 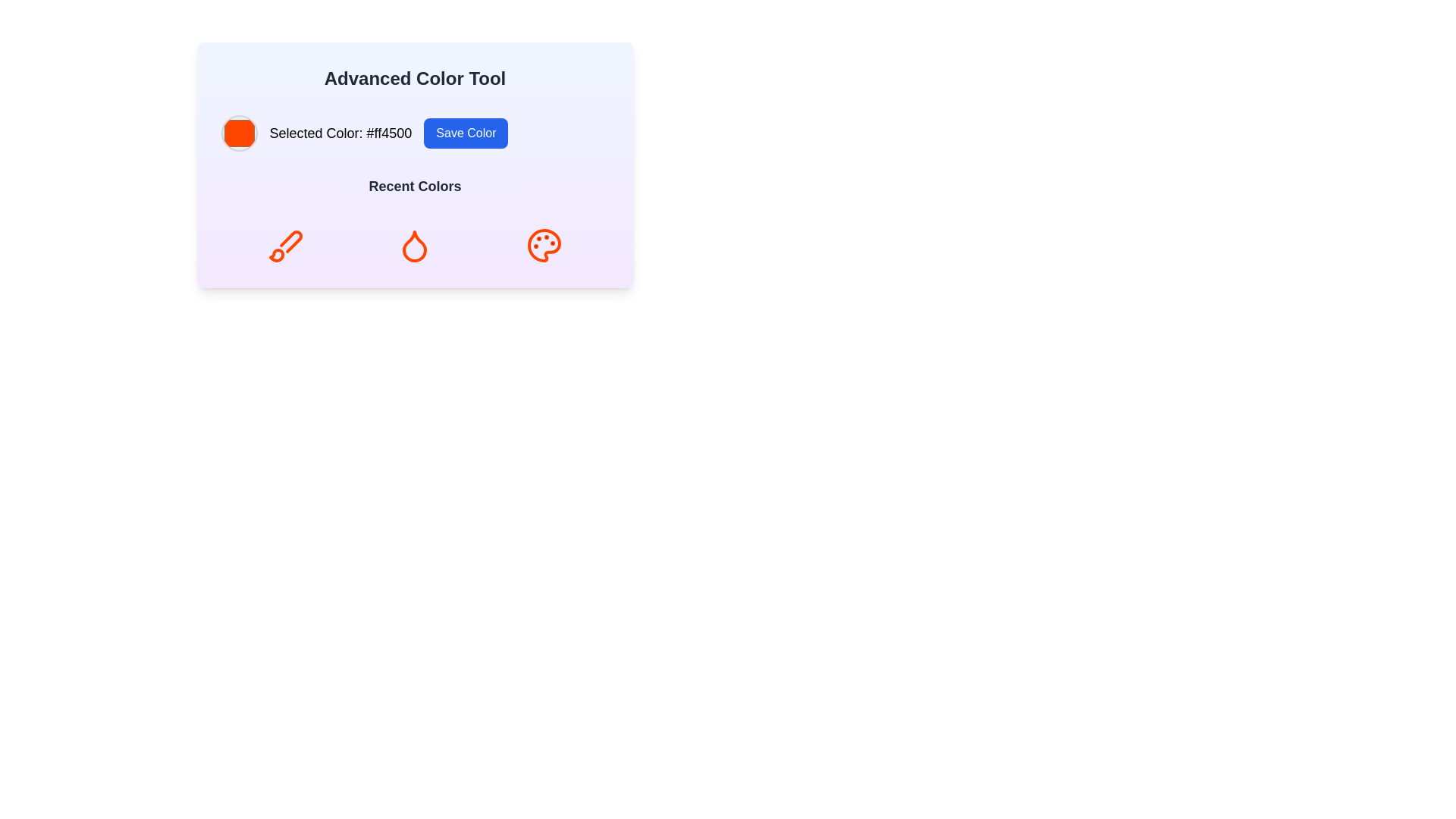 What do you see at coordinates (465, 133) in the screenshot?
I see `the 'Save Color' button with a blue background and rounded corners` at bounding box center [465, 133].